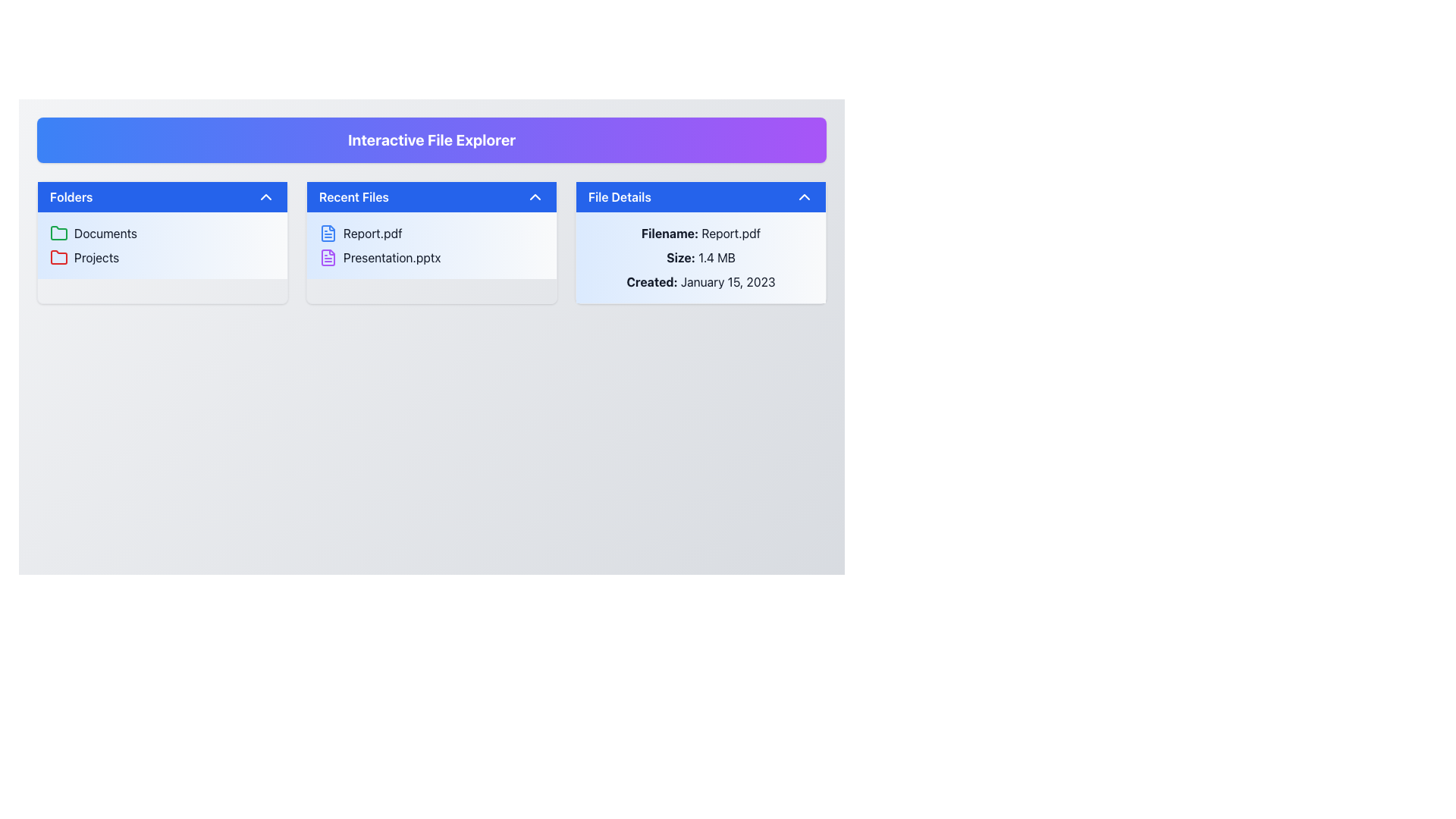  Describe the element at coordinates (620, 196) in the screenshot. I see `the 'File Details' text label, which serves as a title for the section below it, located in the header bar at the top of the rightmost panel` at that location.